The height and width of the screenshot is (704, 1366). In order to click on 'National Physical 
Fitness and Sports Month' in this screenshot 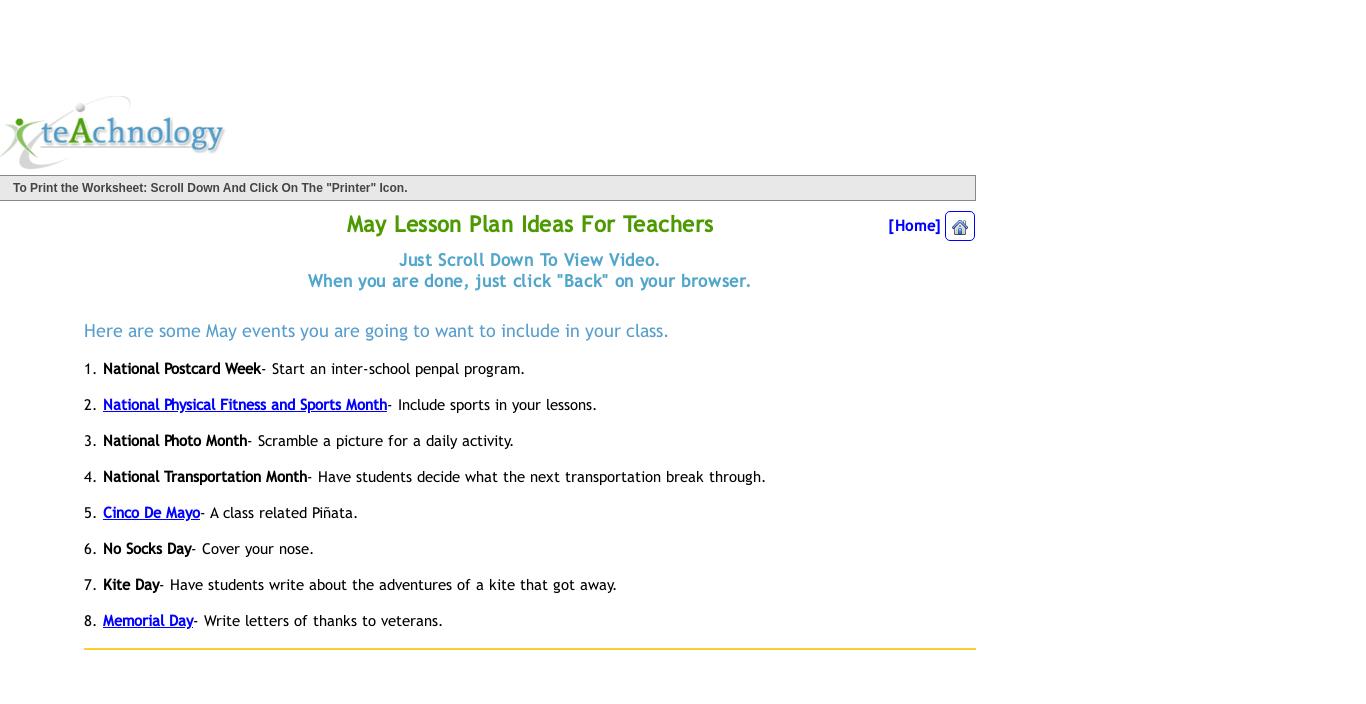, I will do `click(102, 402)`.